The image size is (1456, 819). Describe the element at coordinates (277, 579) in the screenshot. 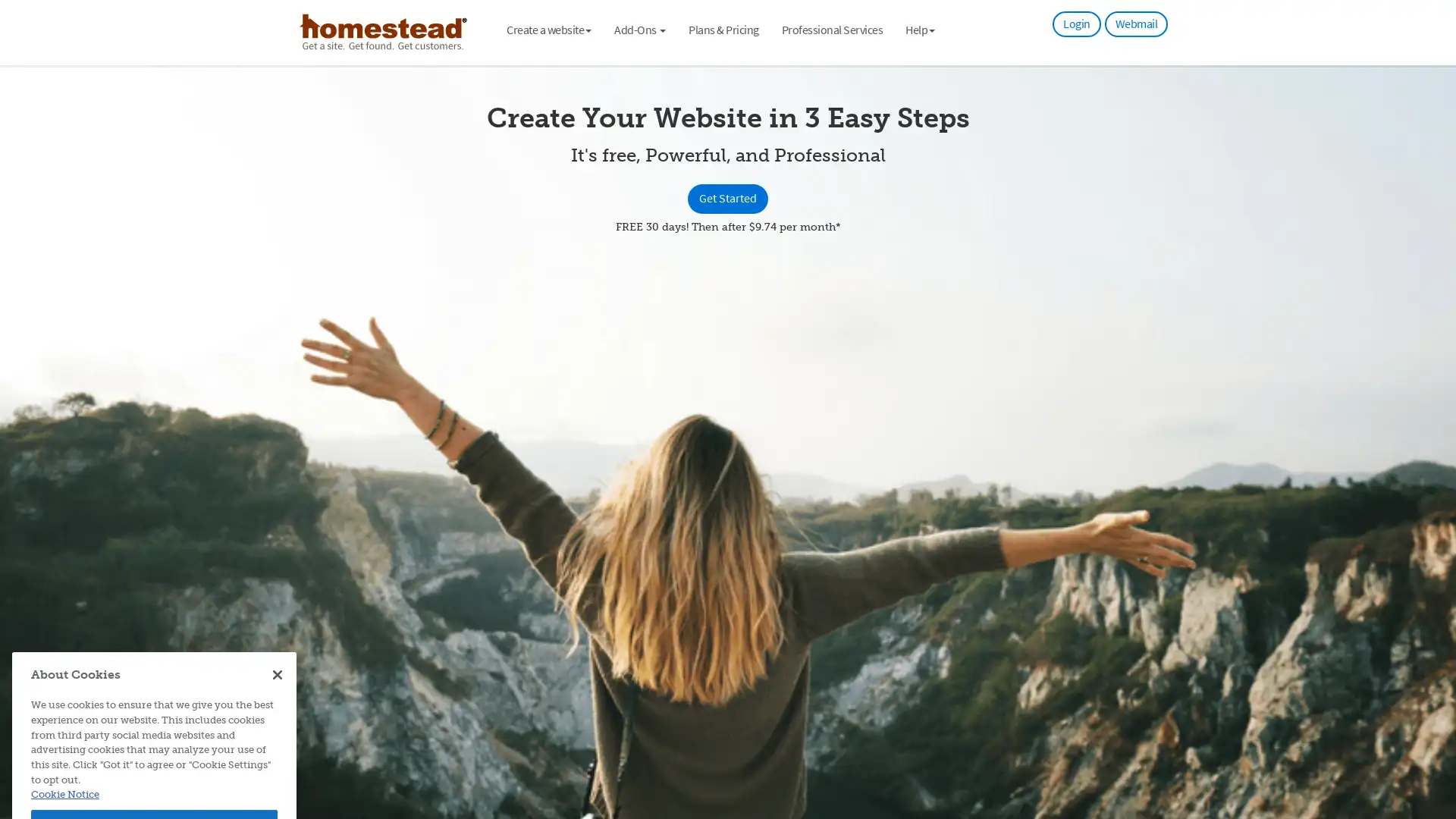

I see `Close` at that location.